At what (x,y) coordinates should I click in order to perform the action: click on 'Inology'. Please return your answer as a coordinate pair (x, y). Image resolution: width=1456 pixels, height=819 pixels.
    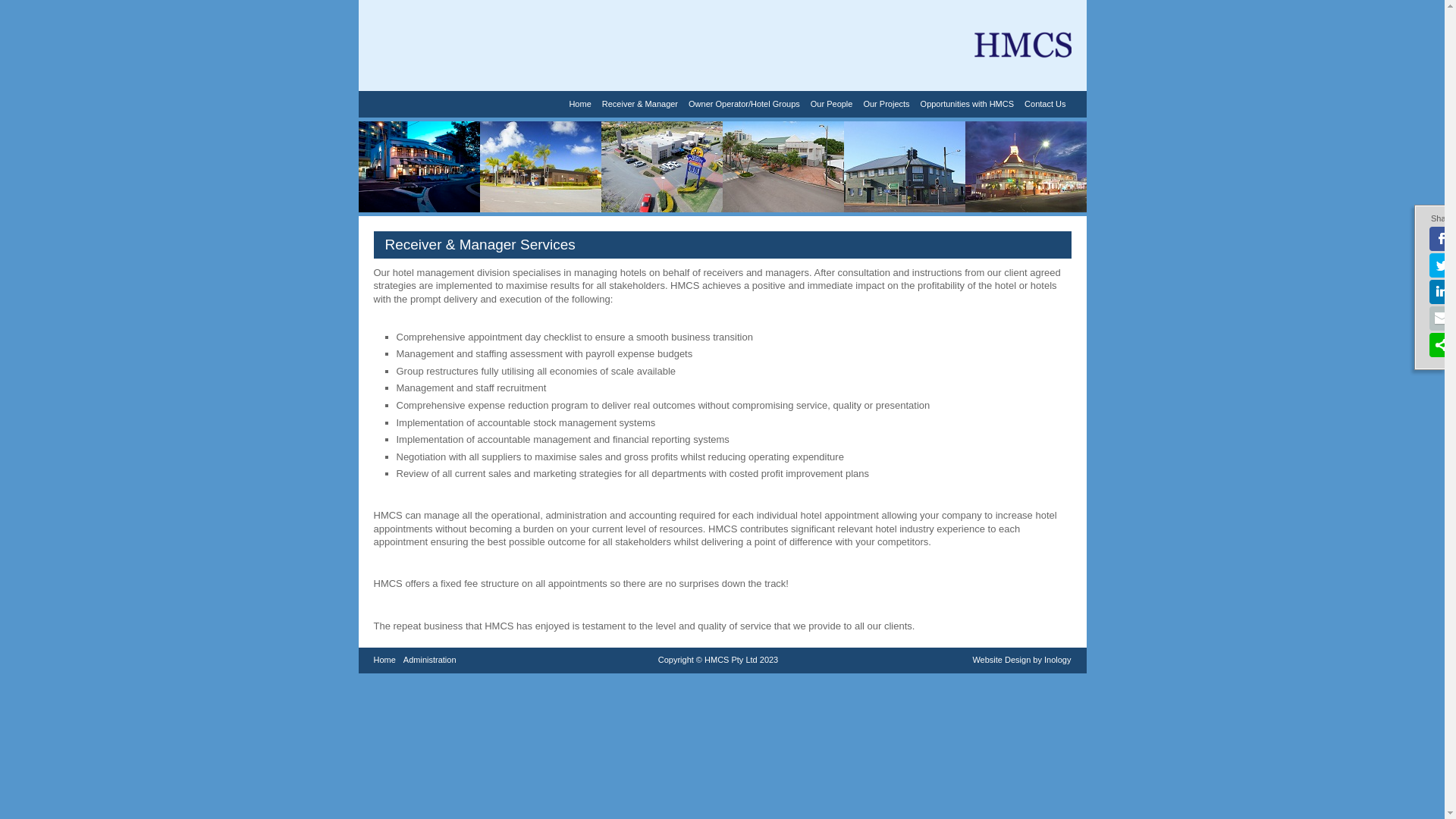
    Looking at the image, I should click on (1056, 659).